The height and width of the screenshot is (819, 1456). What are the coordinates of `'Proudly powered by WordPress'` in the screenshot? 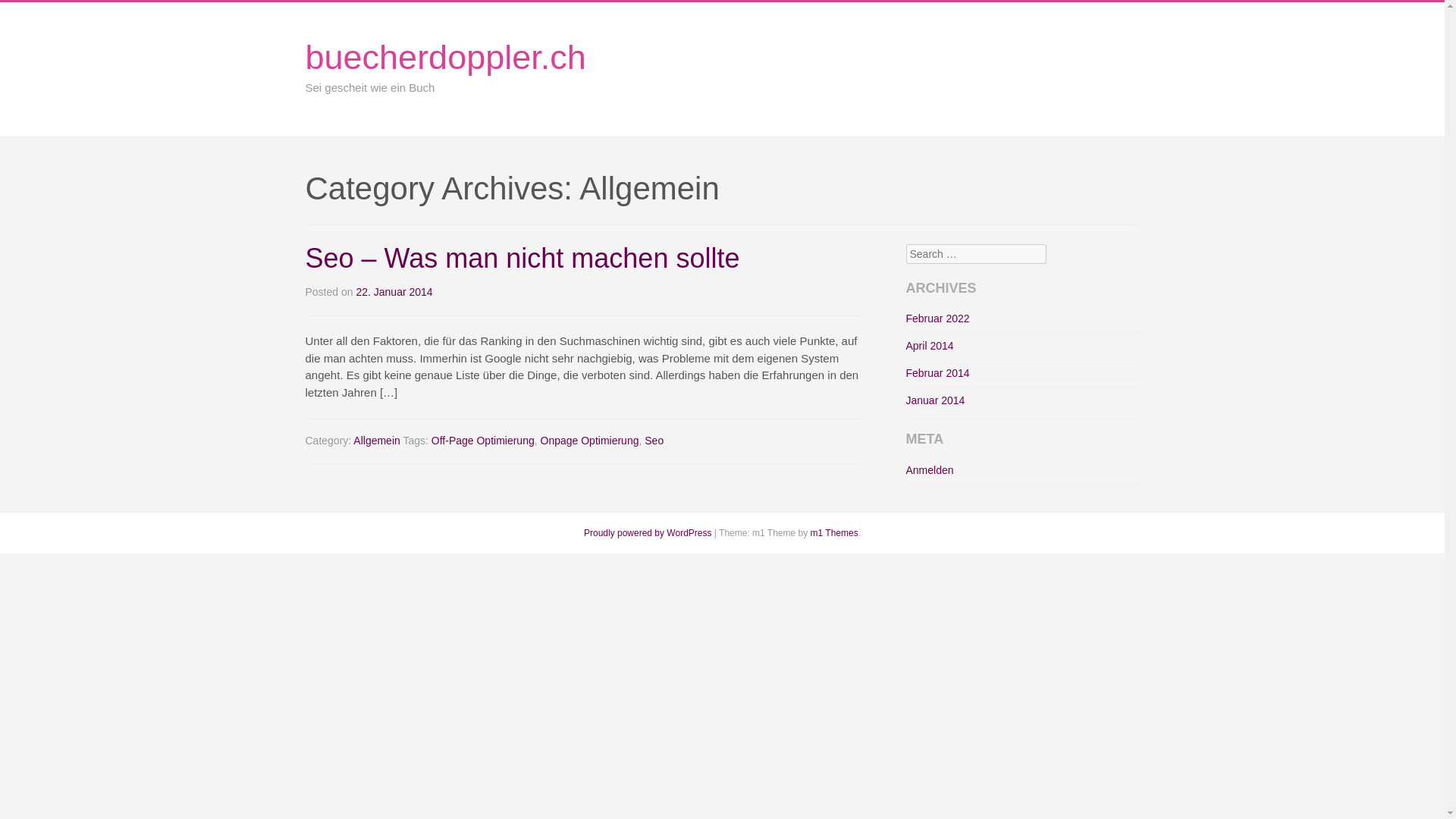 It's located at (648, 532).